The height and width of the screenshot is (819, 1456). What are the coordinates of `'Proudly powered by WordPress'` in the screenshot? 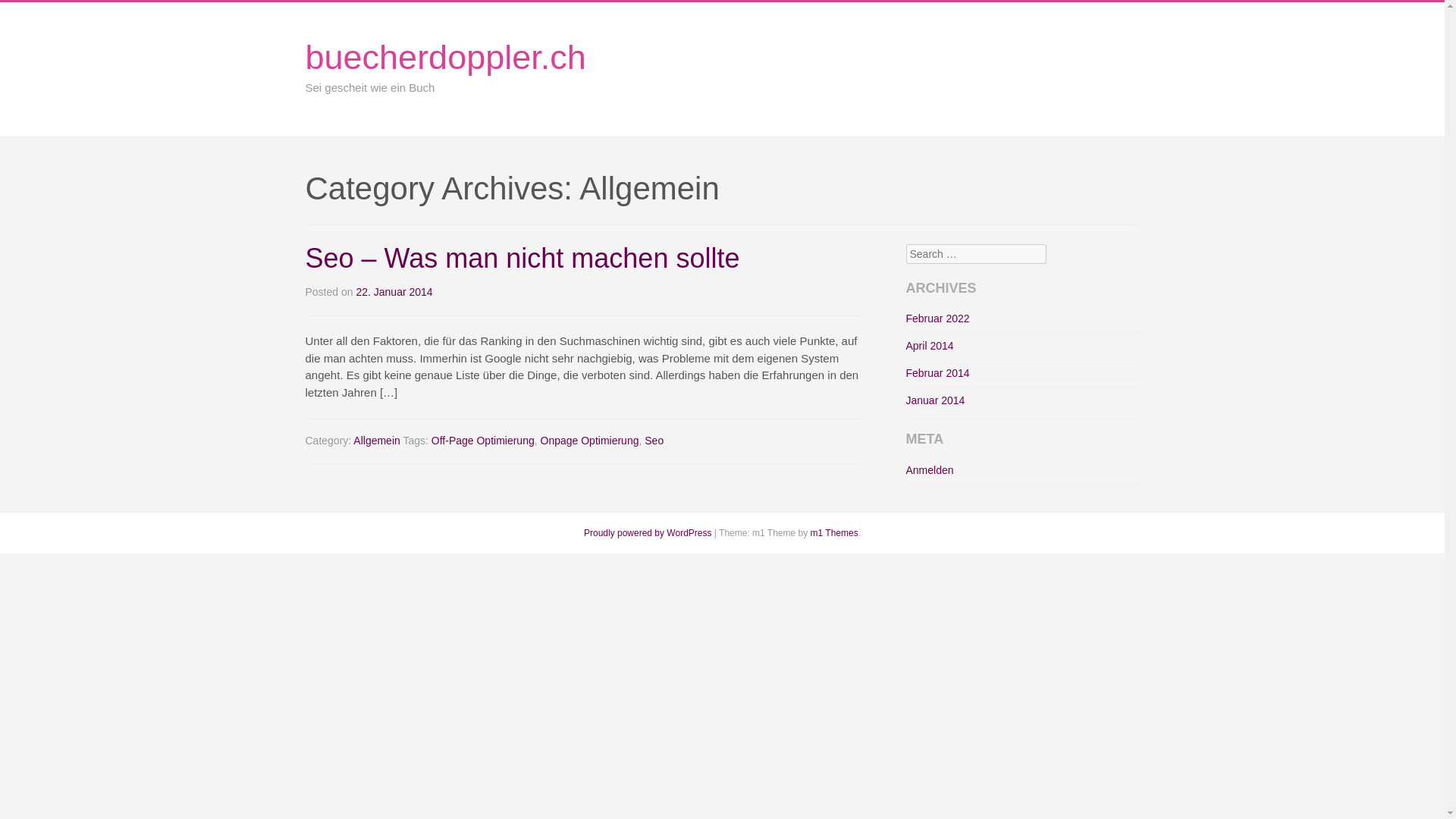 It's located at (648, 532).